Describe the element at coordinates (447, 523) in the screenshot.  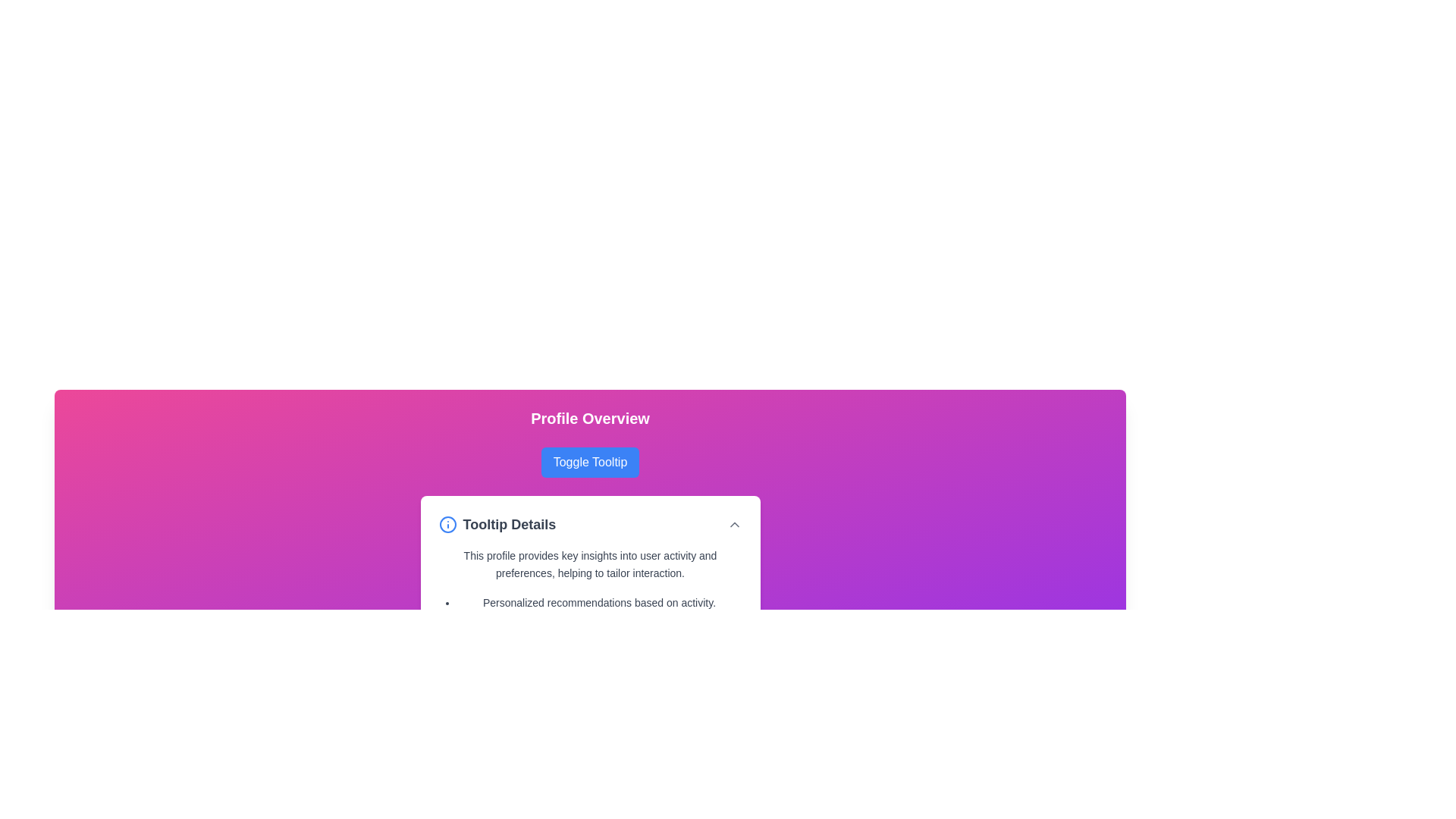
I see `the icon located to the left of the 'Tooltip Details' text` at that location.